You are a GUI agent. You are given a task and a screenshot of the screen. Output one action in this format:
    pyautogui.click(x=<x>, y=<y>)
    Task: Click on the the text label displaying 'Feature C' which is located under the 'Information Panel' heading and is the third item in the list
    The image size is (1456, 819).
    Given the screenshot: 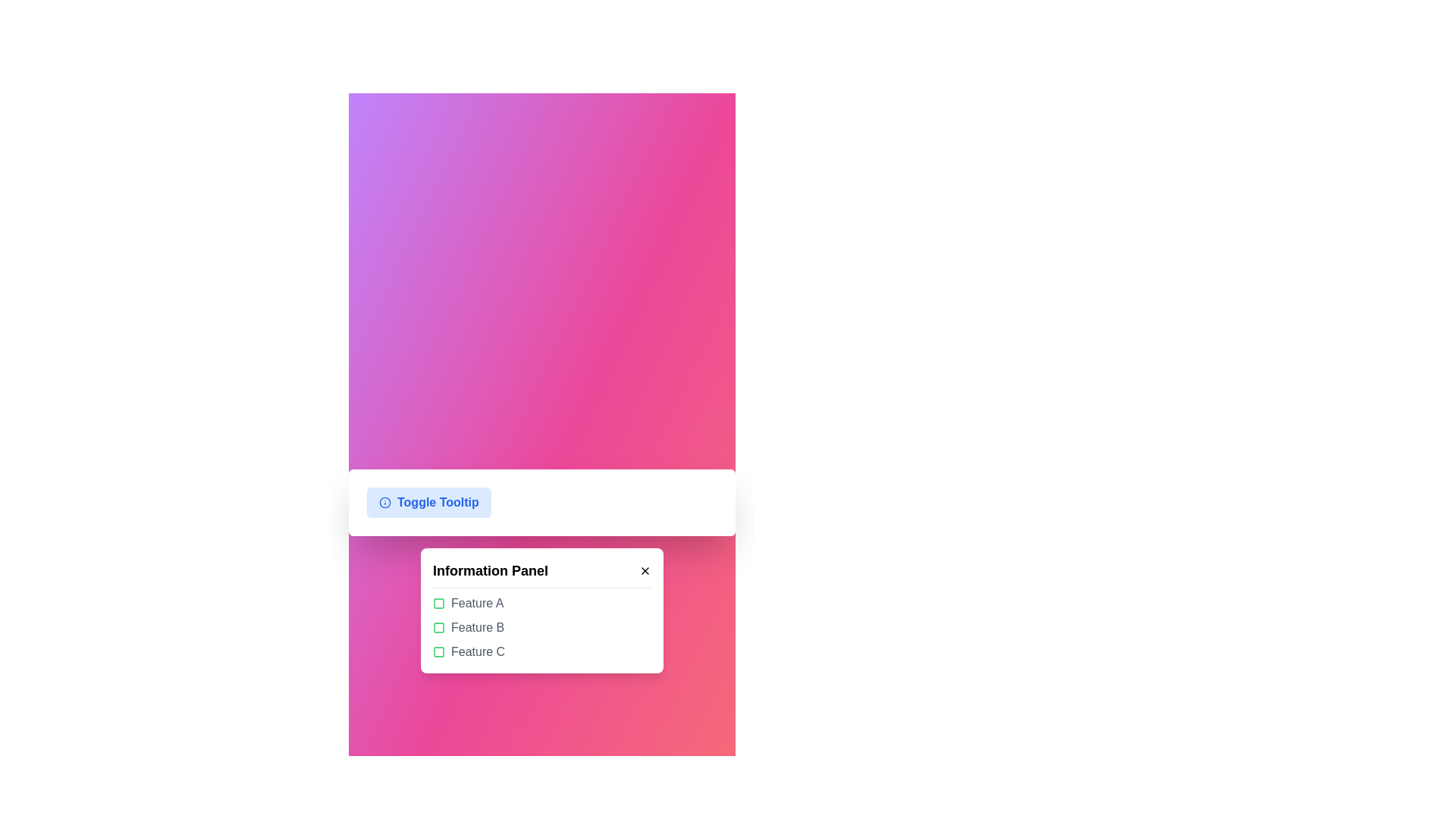 What is the action you would take?
    pyautogui.click(x=477, y=651)
    